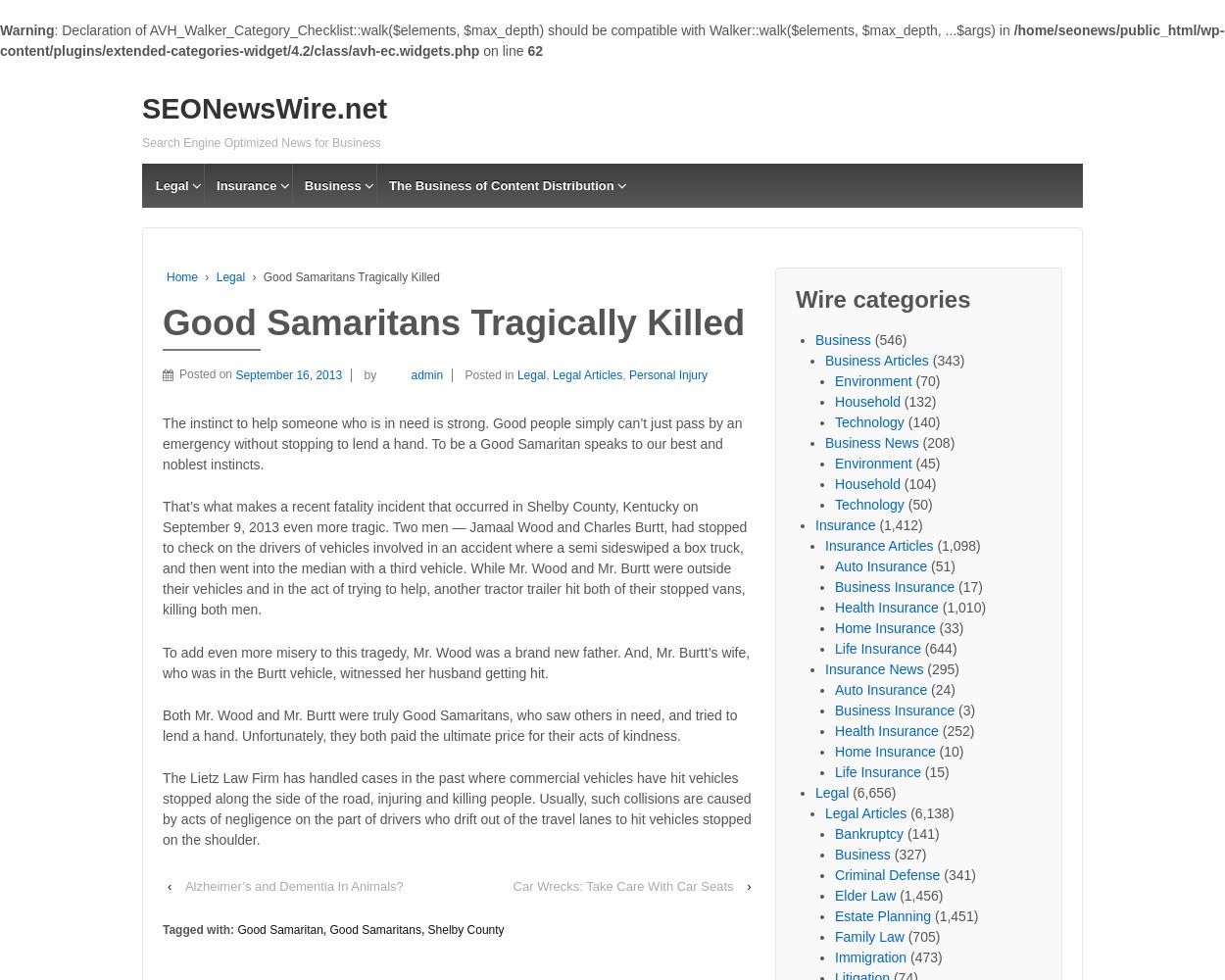 This screenshot has width=1225, height=980. What do you see at coordinates (346, 178) in the screenshot?
I see `'Business Articles'` at bounding box center [346, 178].